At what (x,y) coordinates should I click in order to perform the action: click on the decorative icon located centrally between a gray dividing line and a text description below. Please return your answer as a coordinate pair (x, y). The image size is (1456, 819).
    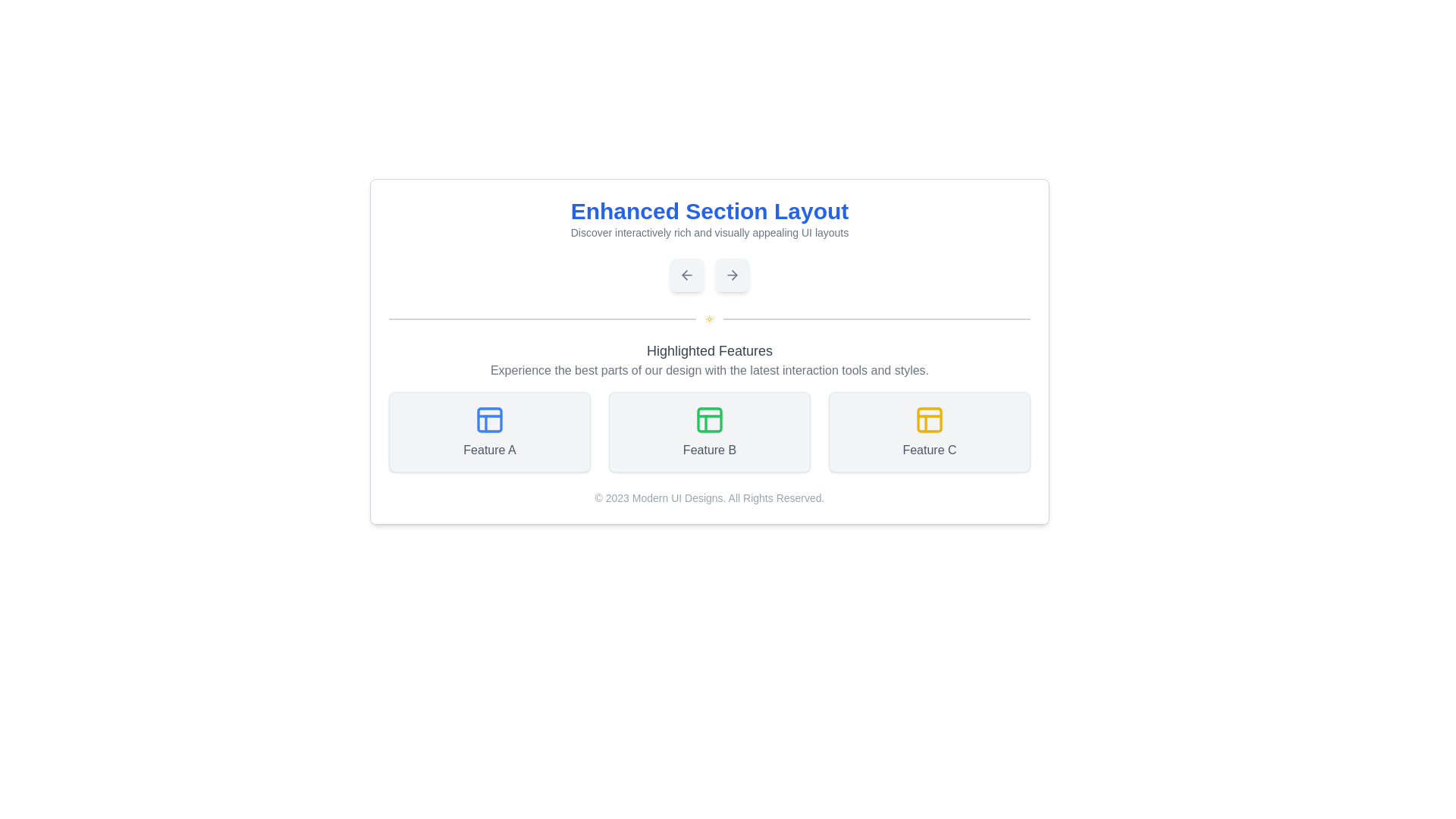
    Looking at the image, I should click on (709, 318).